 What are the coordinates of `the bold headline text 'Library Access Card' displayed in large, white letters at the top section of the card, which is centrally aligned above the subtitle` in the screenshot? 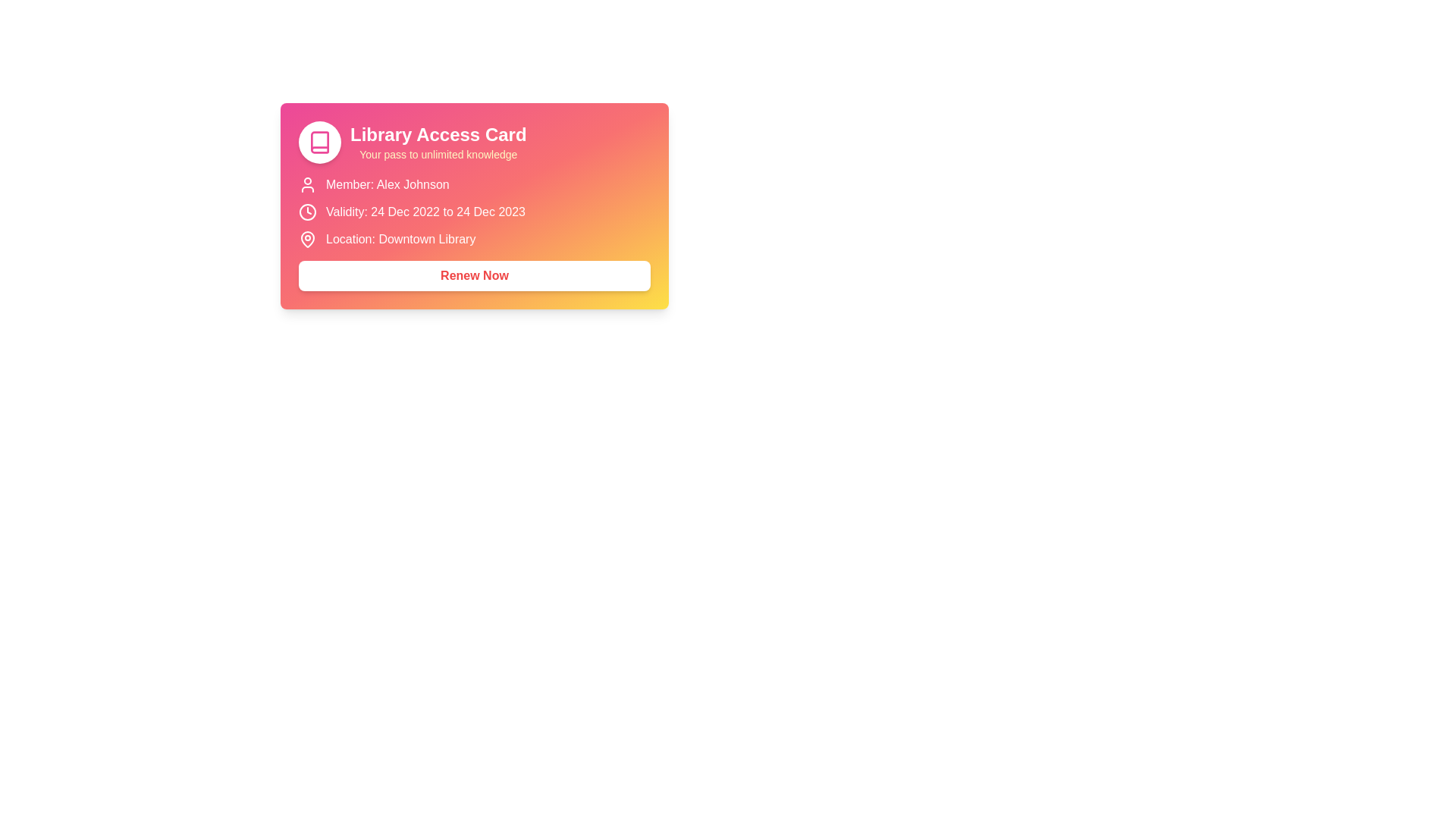 It's located at (438, 133).